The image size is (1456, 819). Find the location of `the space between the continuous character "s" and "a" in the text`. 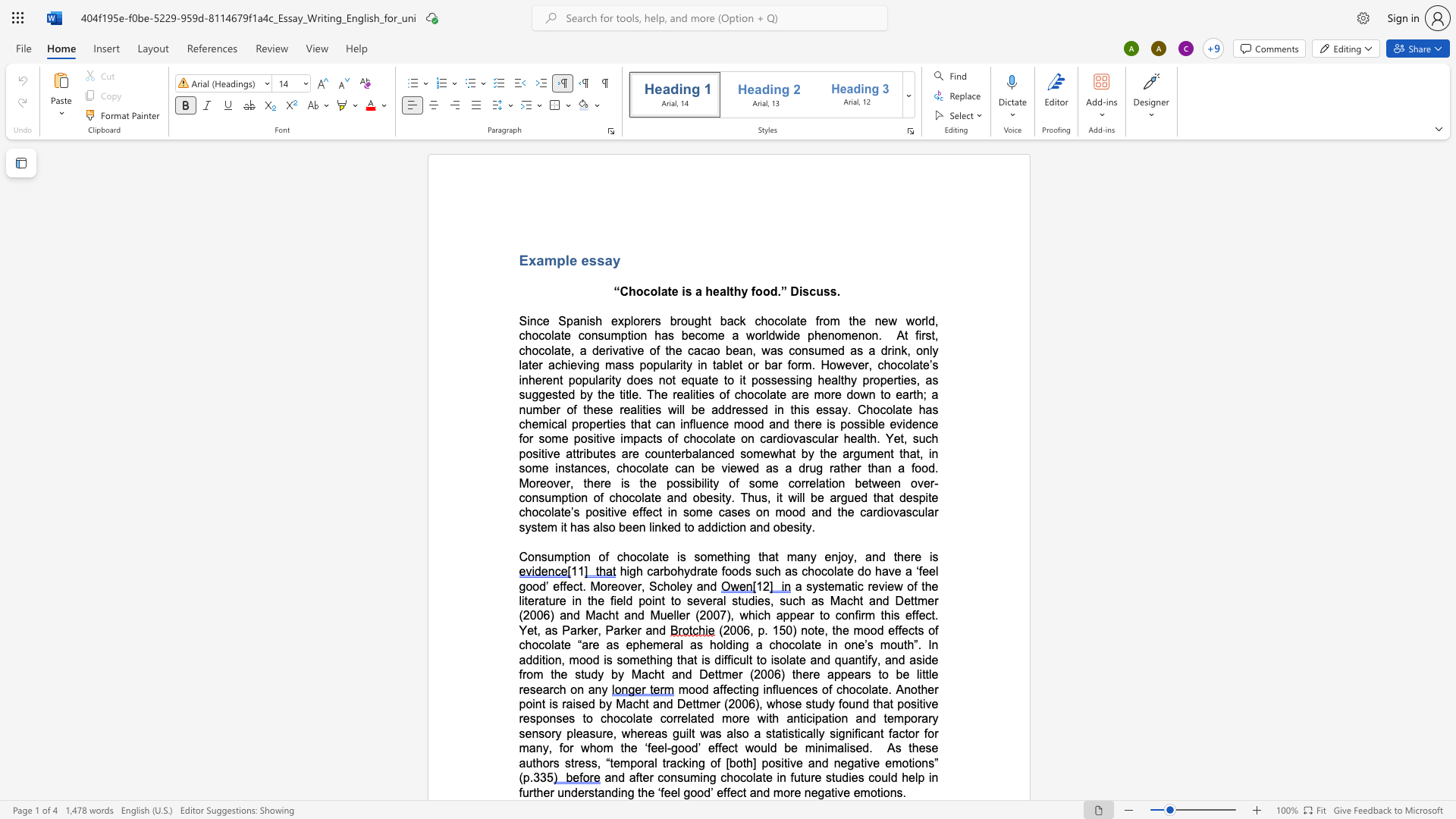

the space between the continuous character "s" and "a" in the text is located at coordinates (604, 259).